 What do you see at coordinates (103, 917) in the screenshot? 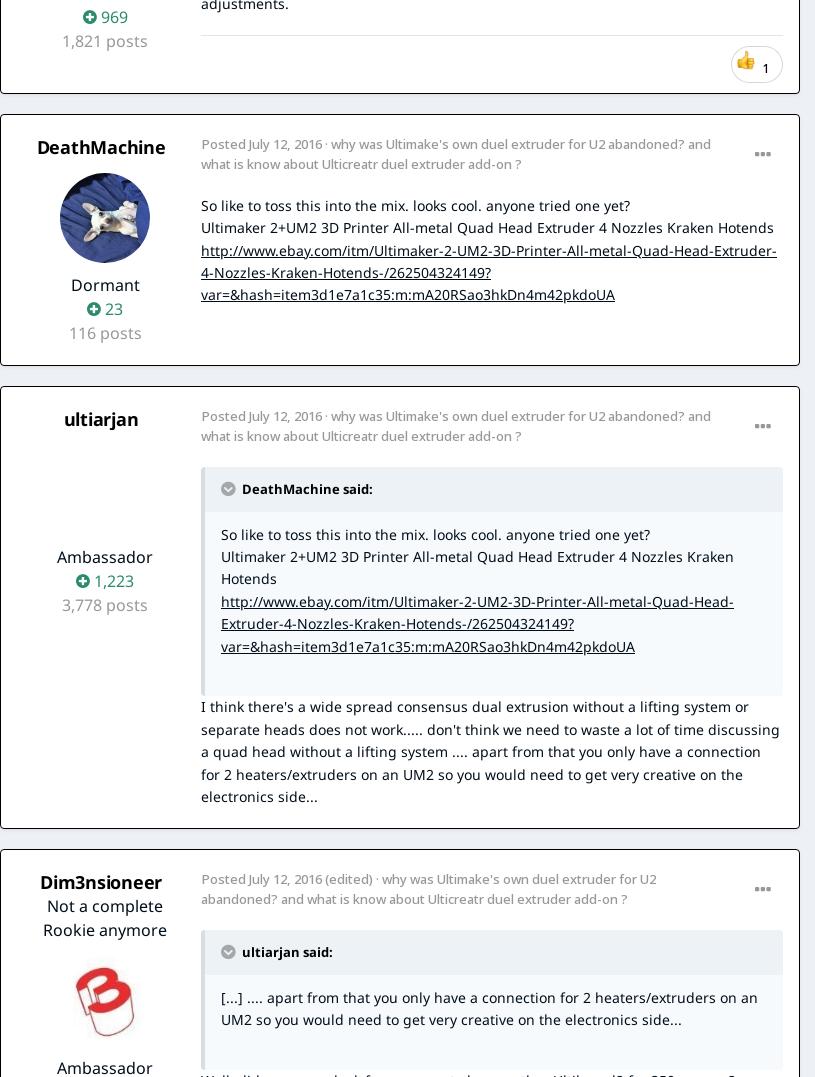
I see `'Not a complete Rookie anymore'` at bounding box center [103, 917].